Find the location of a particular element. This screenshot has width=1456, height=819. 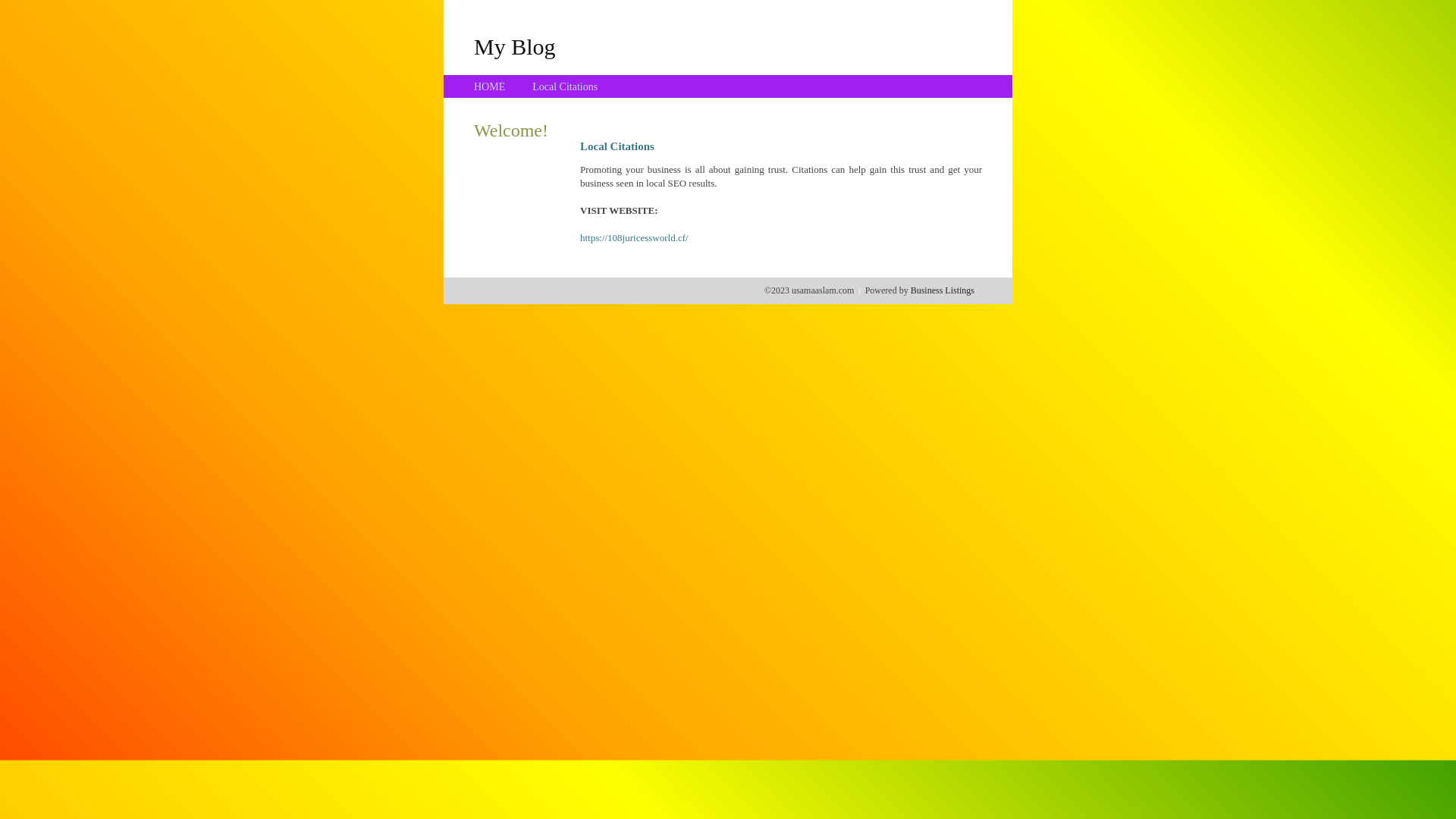

'My Blog' is located at coordinates (514, 45).